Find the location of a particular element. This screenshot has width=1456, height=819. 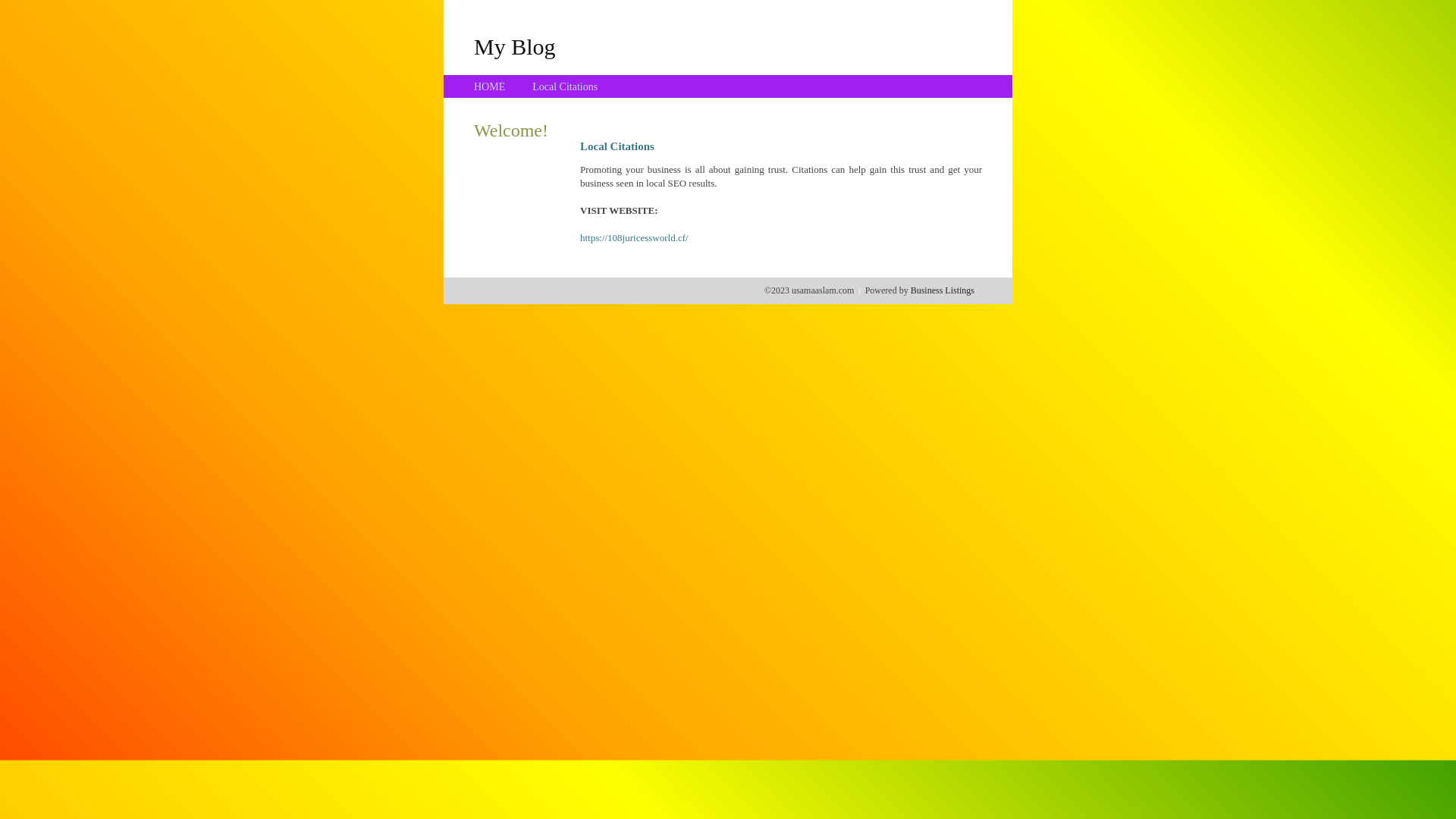

'My Blog' is located at coordinates (514, 45).